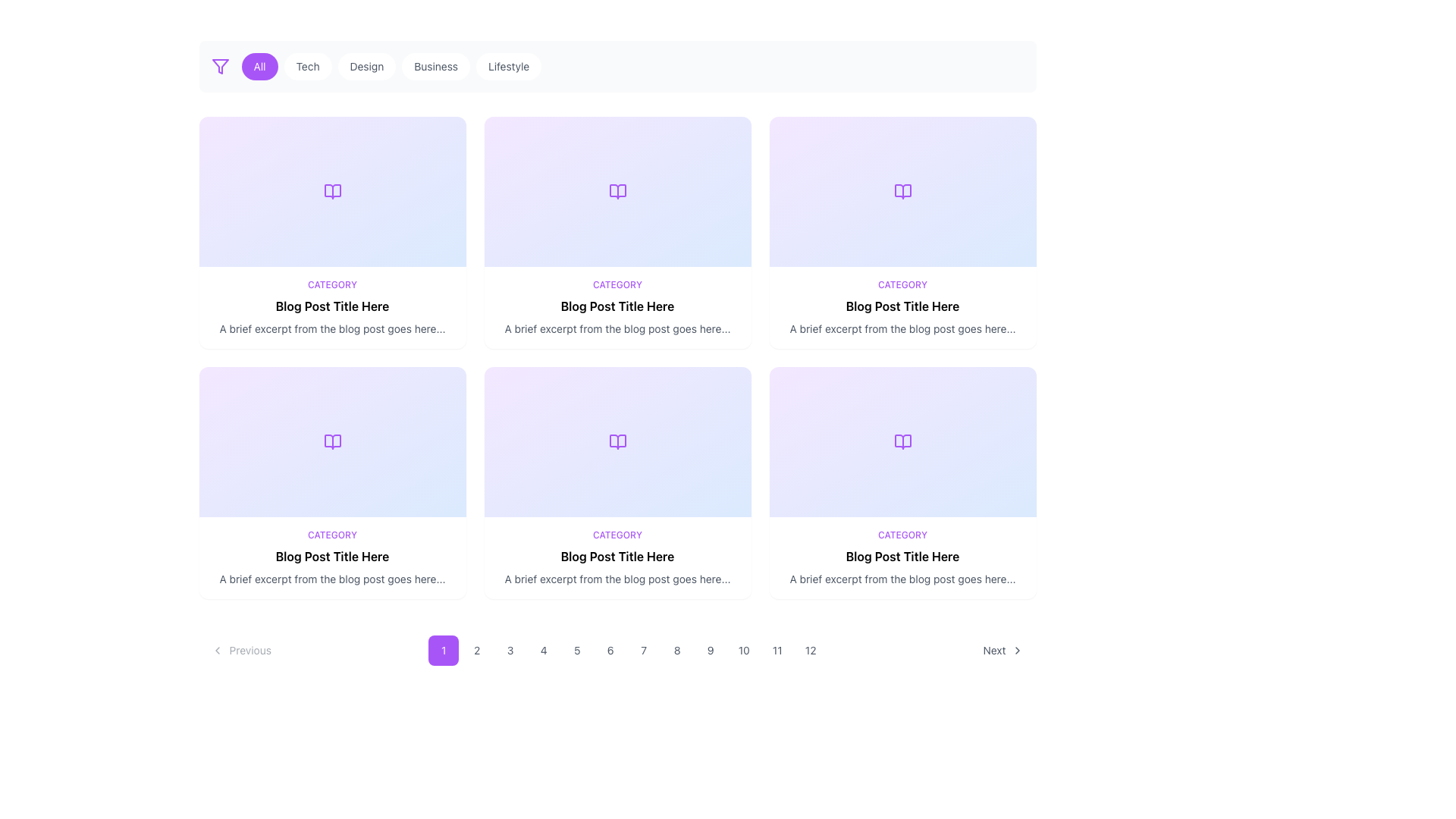  Describe the element at coordinates (331, 284) in the screenshot. I see `text content of the label displaying 'CATEGORY', which is styled in purple, bold, small-sized font and positioned above the title text in the top section of the content card` at that location.